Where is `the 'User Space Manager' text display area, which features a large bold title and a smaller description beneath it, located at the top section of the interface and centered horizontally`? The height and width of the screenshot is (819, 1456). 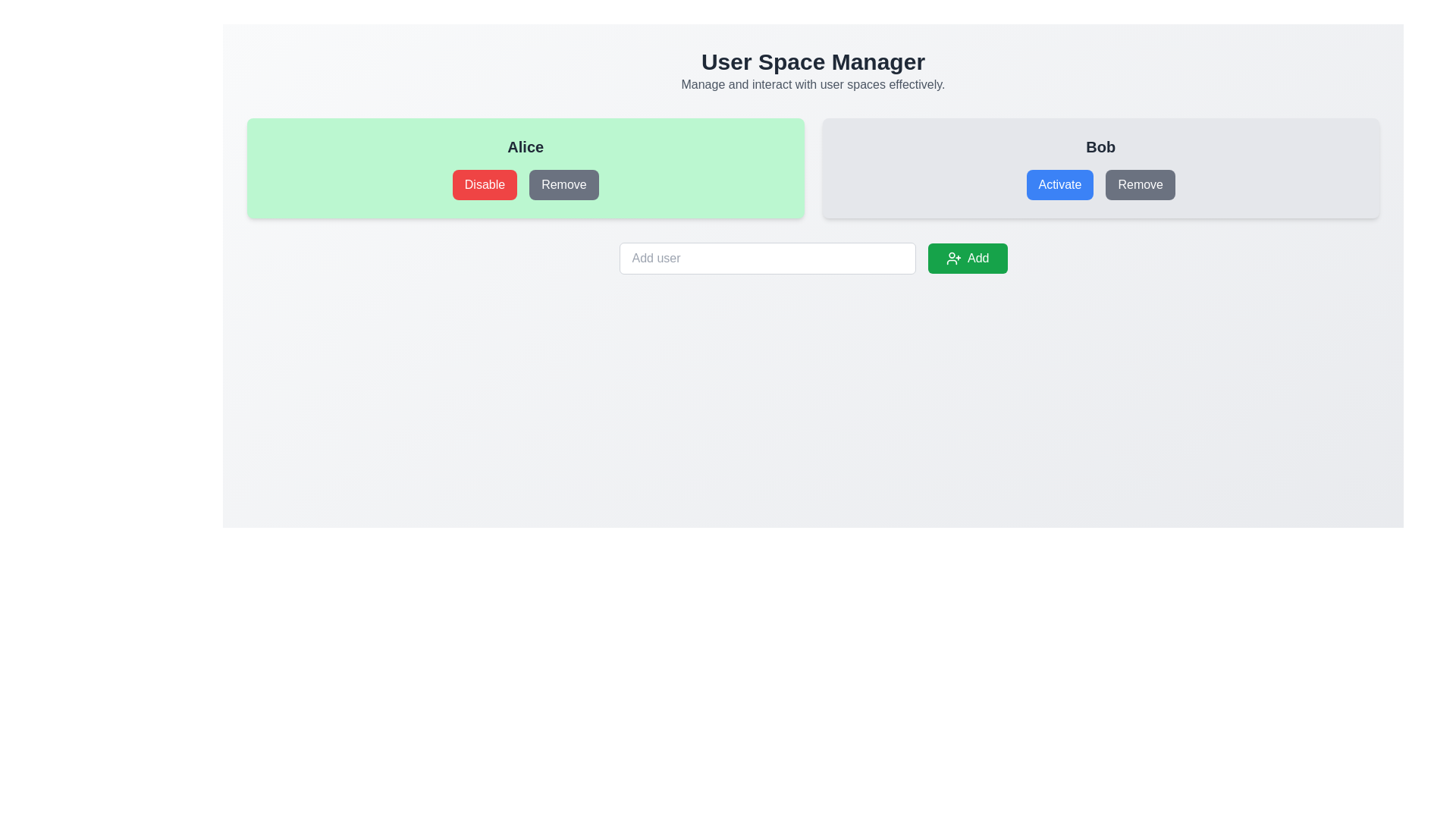 the 'User Space Manager' text display area, which features a large bold title and a smaller description beneath it, located at the top section of the interface and centered horizontally is located at coordinates (812, 71).